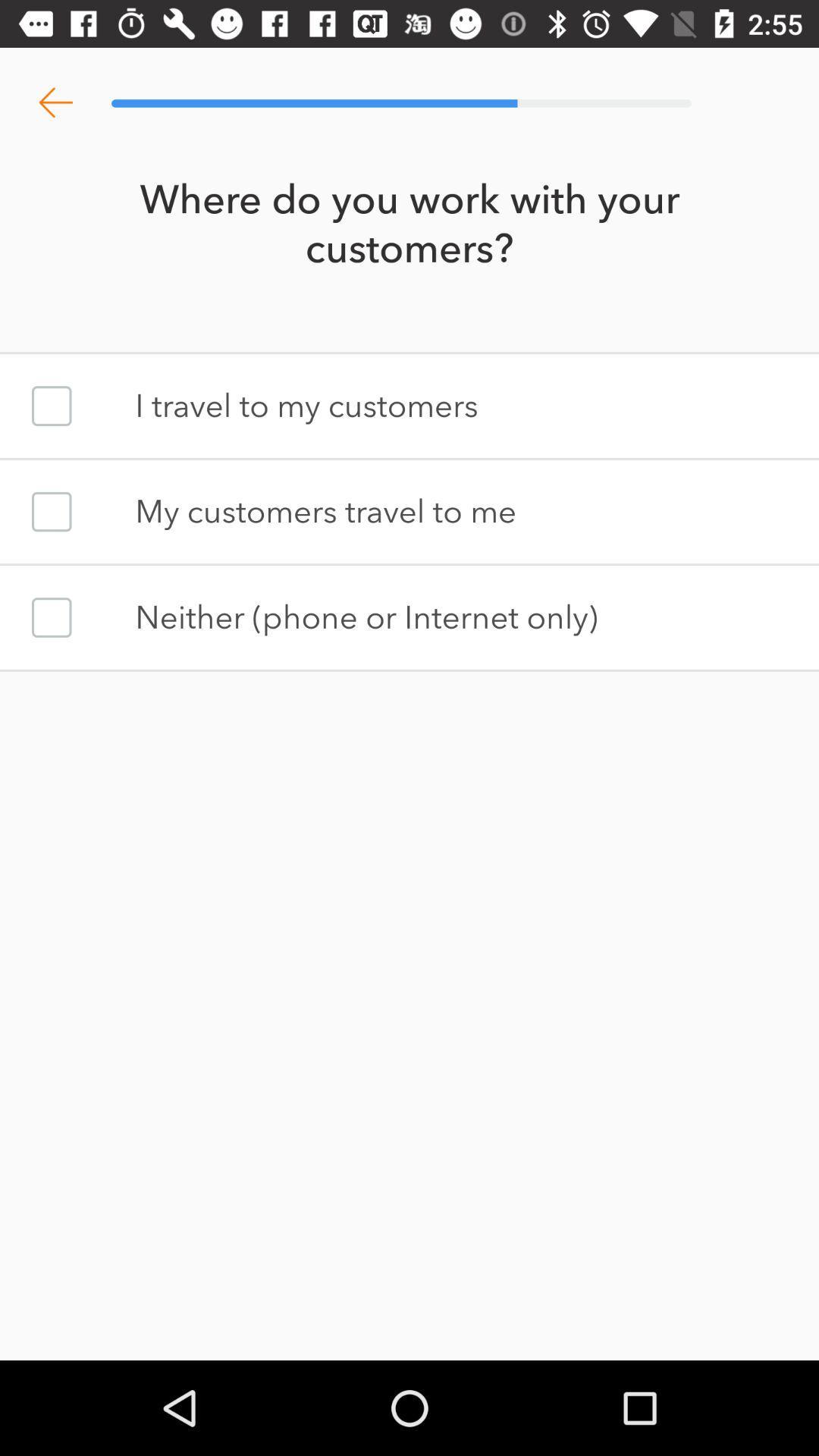 The height and width of the screenshot is (1456, 819). Describe the element at coordinates (51, 512) in the screenshot. I see `slection option` at that location.